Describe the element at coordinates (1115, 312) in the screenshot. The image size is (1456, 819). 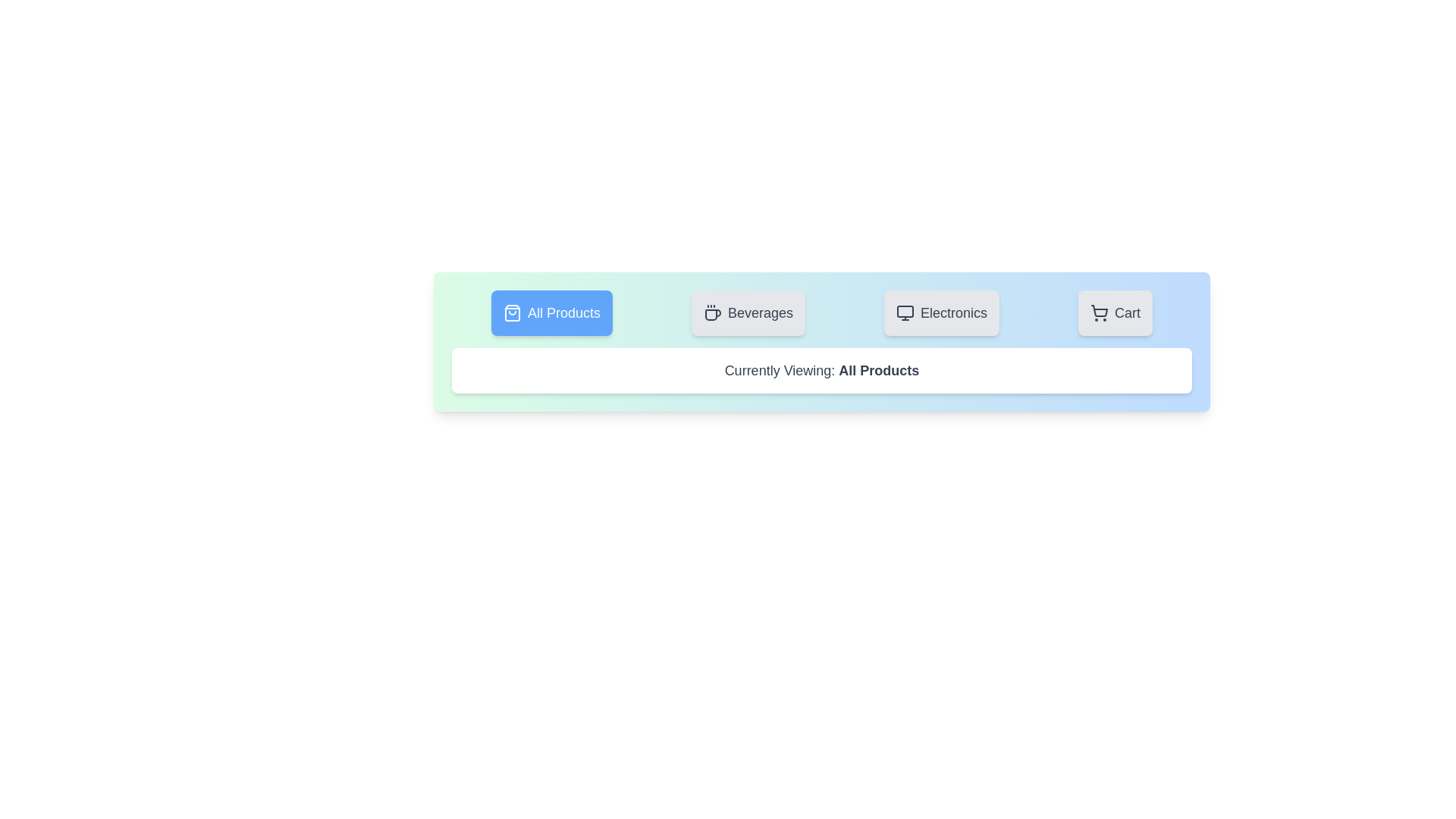
I see `the tab corresponding to Cart` at that location.